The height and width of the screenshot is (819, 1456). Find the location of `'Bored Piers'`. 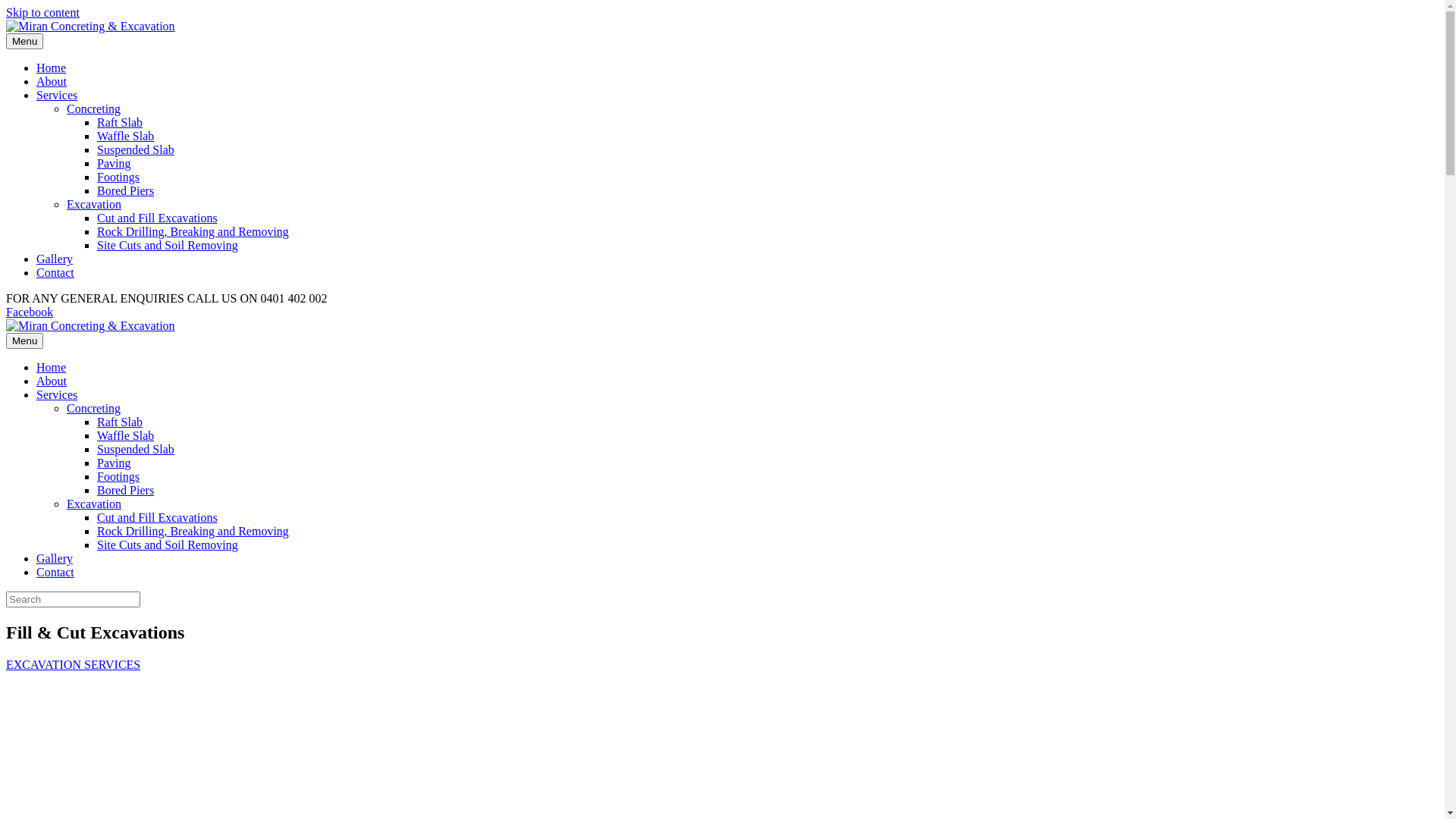

'Bored Piers' is located at coordinates (125, 190).